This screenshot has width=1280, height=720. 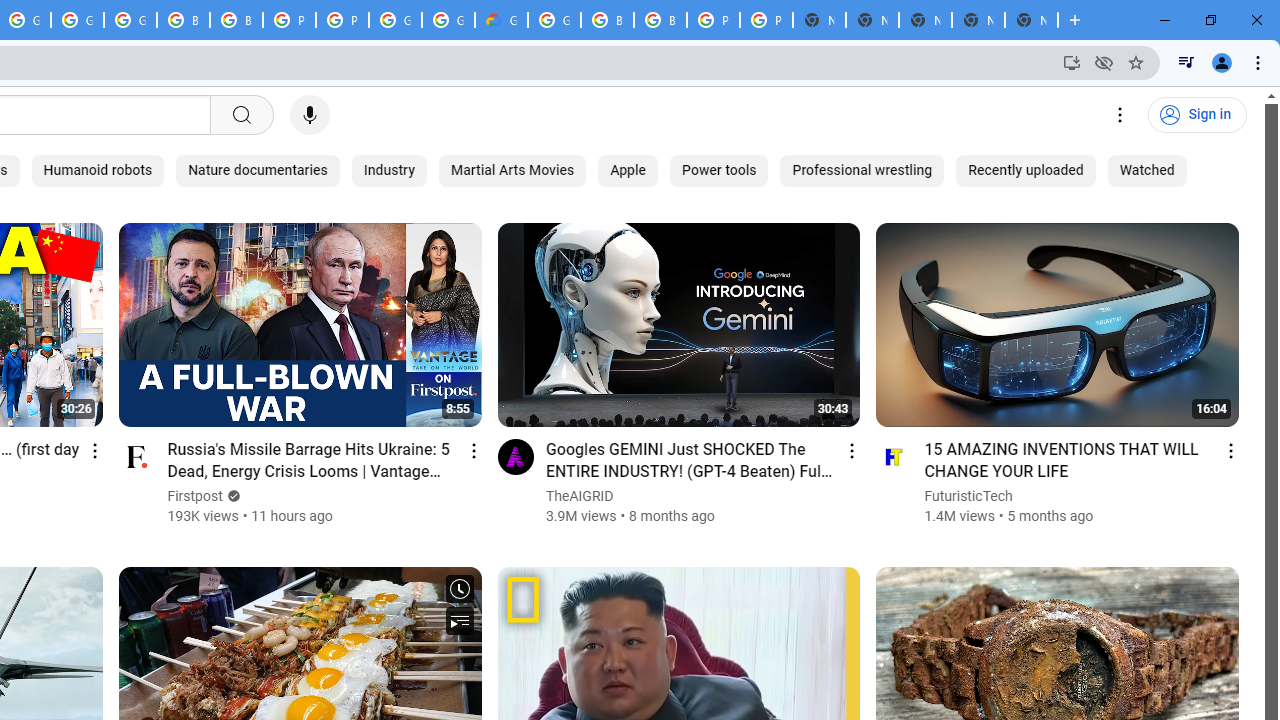 I want to click on 'Professional wrestling', so click(x=862, y=170).